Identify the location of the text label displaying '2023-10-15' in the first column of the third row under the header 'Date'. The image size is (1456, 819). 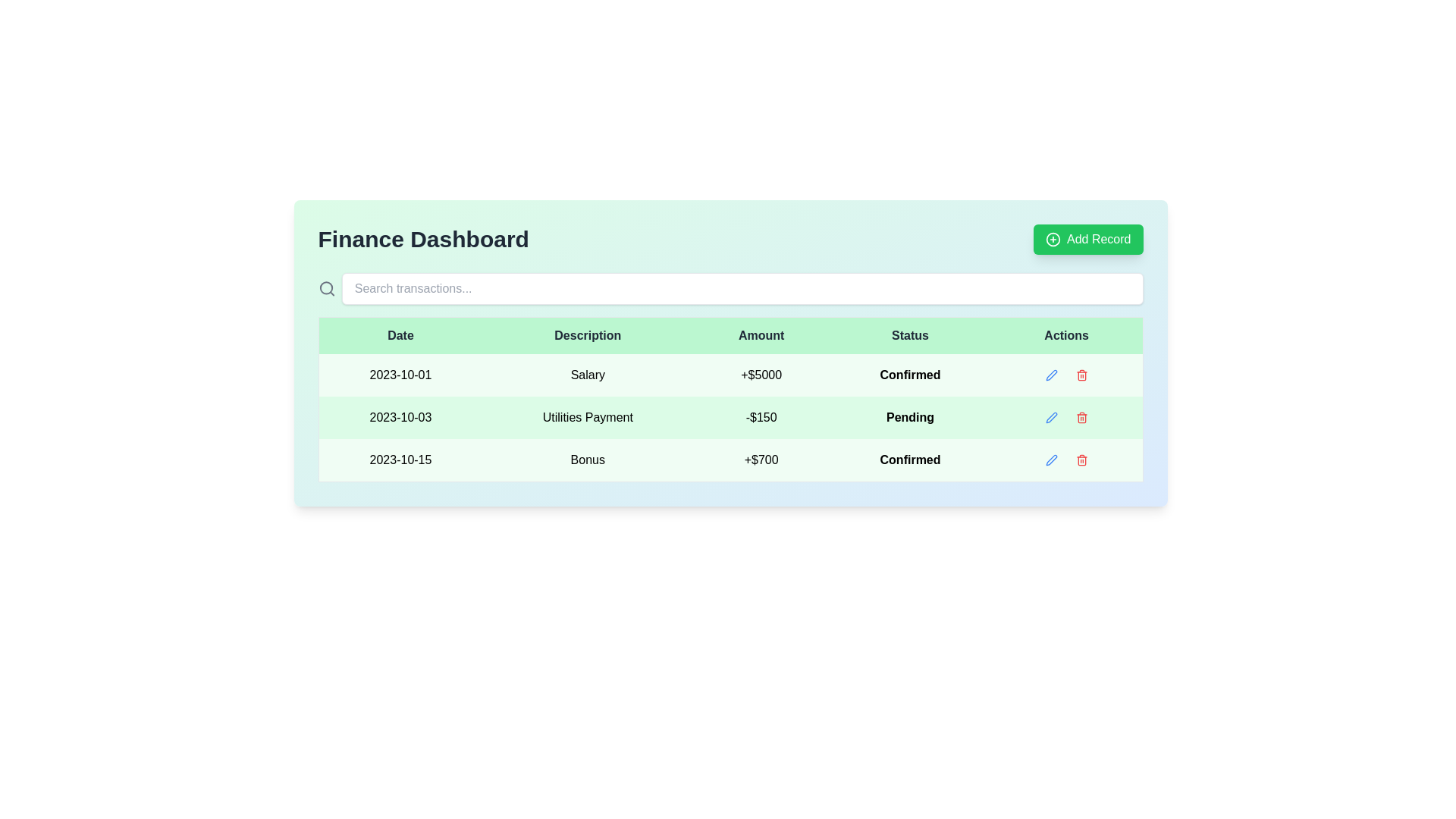
(400, 460).